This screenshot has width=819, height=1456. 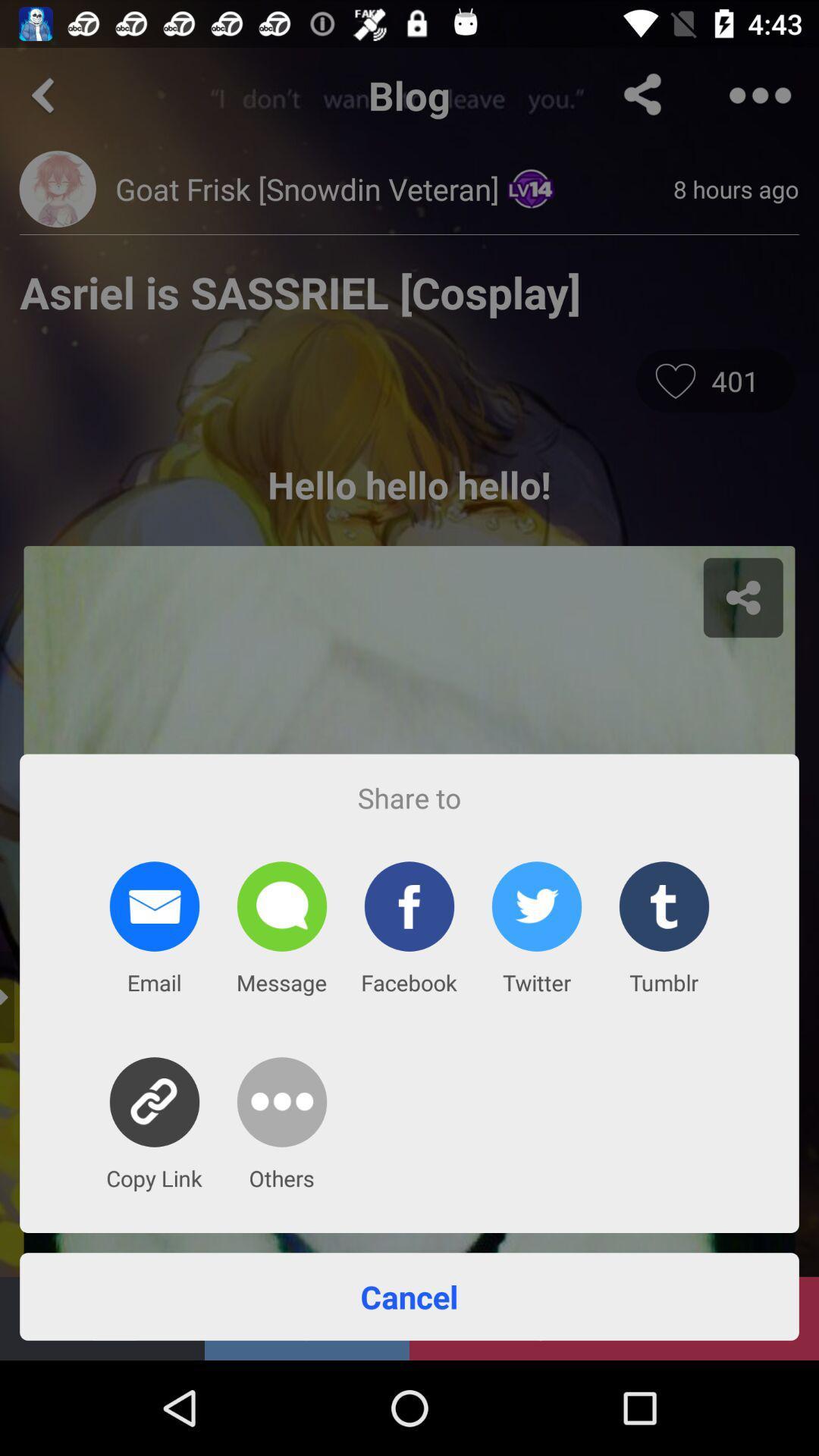 I want to click on the icon at the top, so click(x=409, y=367).